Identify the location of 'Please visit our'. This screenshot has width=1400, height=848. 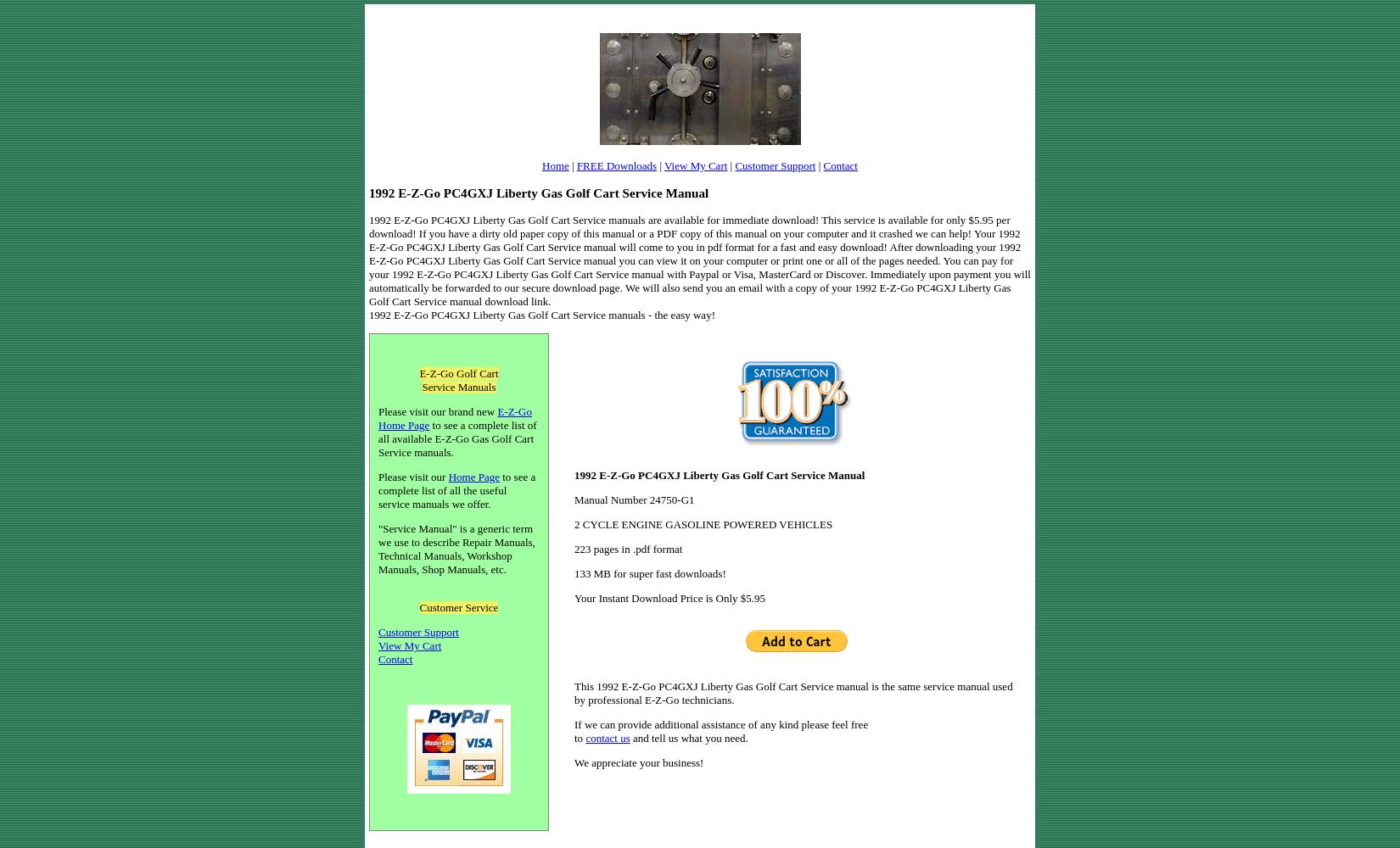
(412, 477).